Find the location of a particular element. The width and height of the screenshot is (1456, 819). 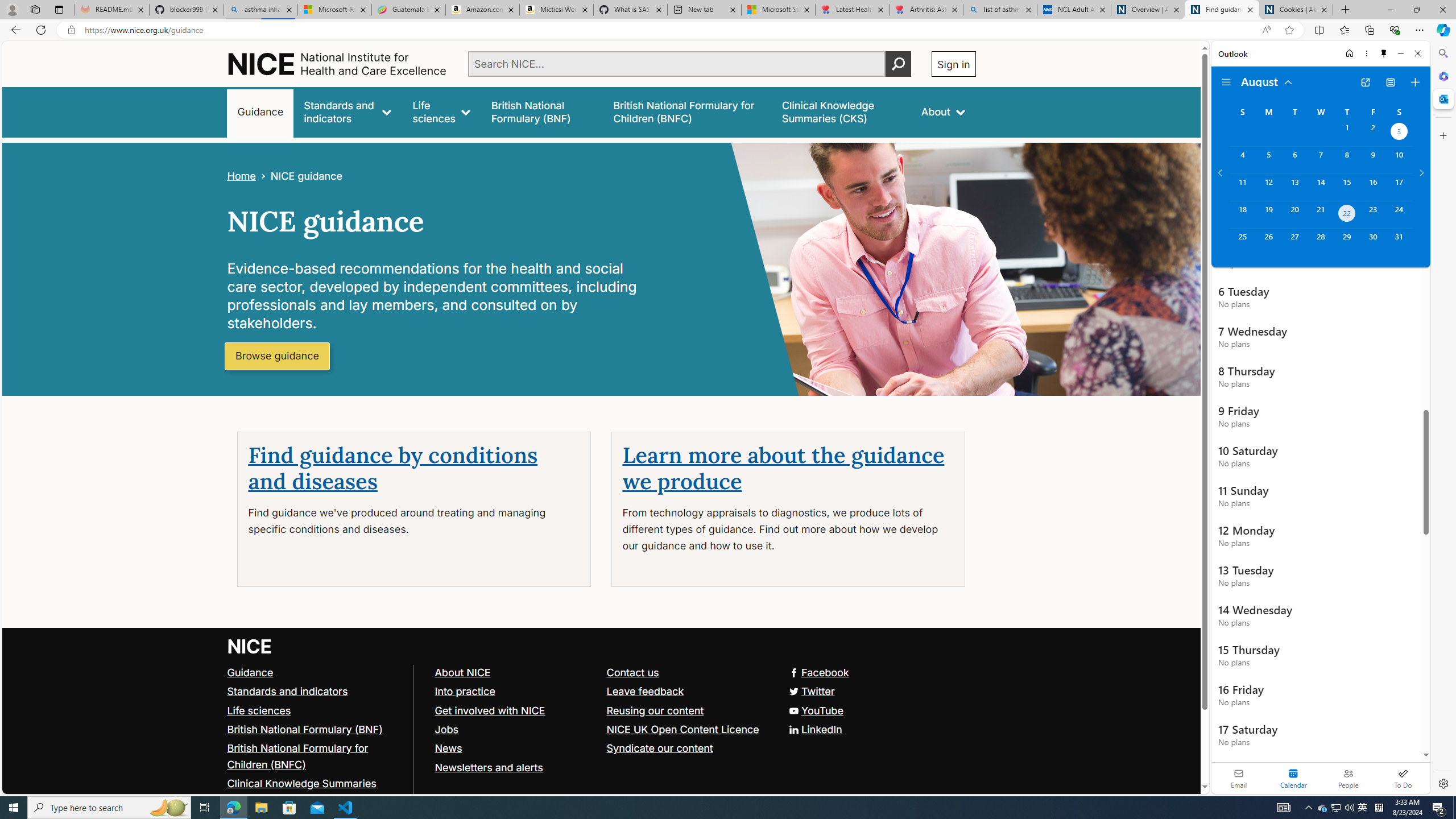

'To Do' is located at coordinates (1403, 777).